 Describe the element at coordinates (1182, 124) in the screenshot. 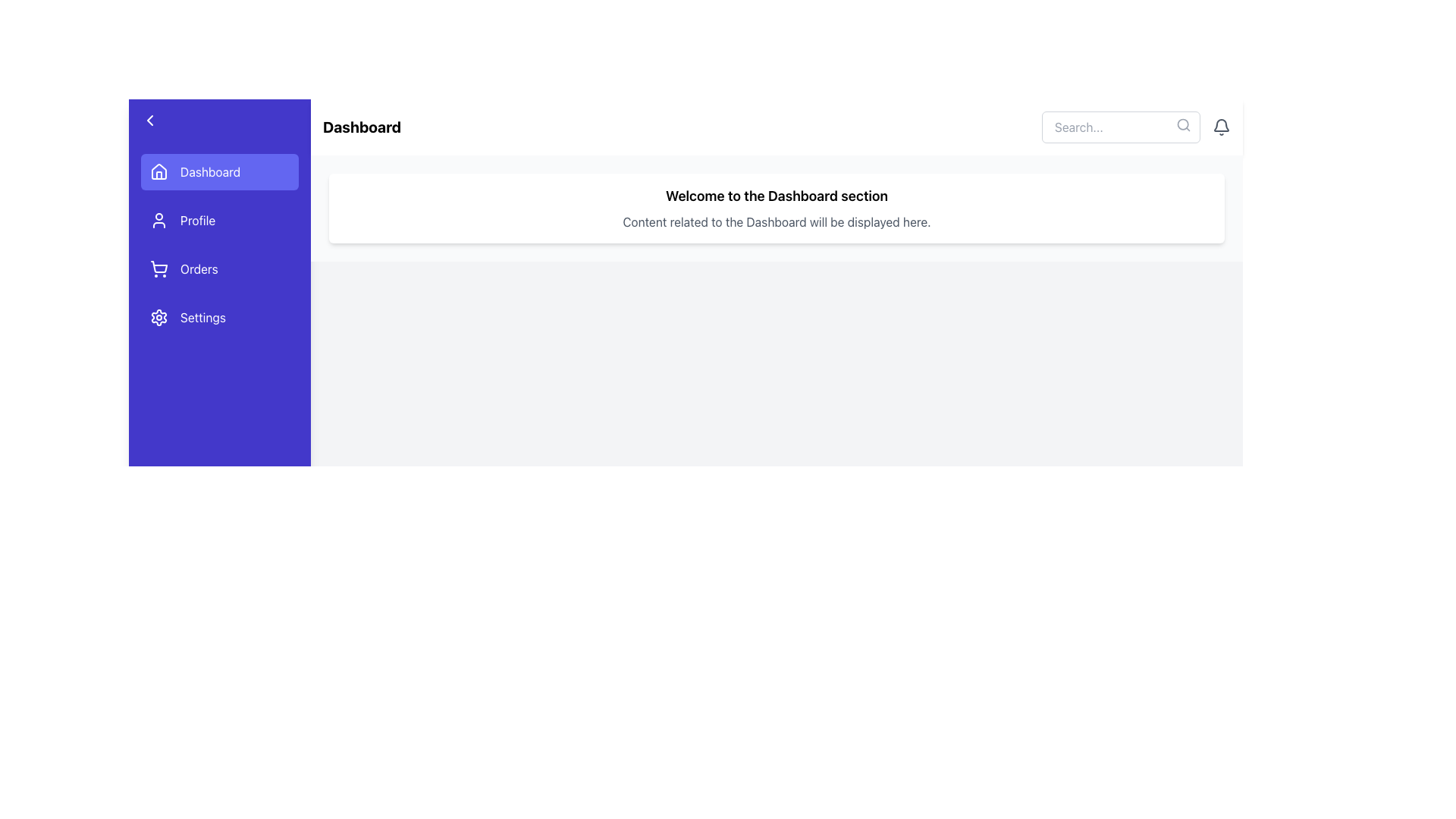

I see `the search icon styled as a magnifying glass located at the right end of the search input bar, adjacent to the 'Search...' placeholder text` at that location.